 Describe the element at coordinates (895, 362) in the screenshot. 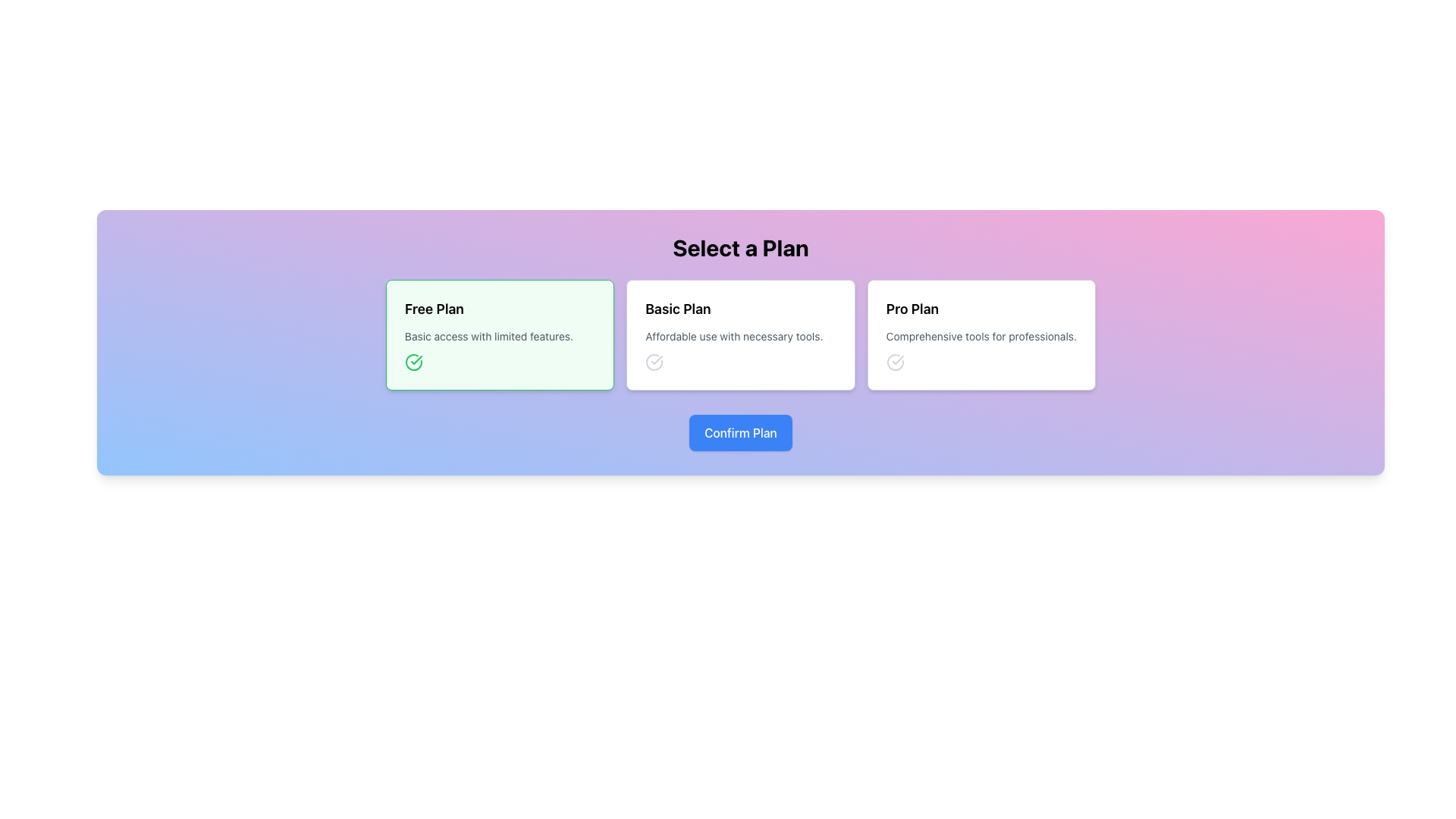

I see `the icon located at the bottom-right area of the 'Pro Plan' card, indicating availability or selection associated with the Pro Plan` at that location.